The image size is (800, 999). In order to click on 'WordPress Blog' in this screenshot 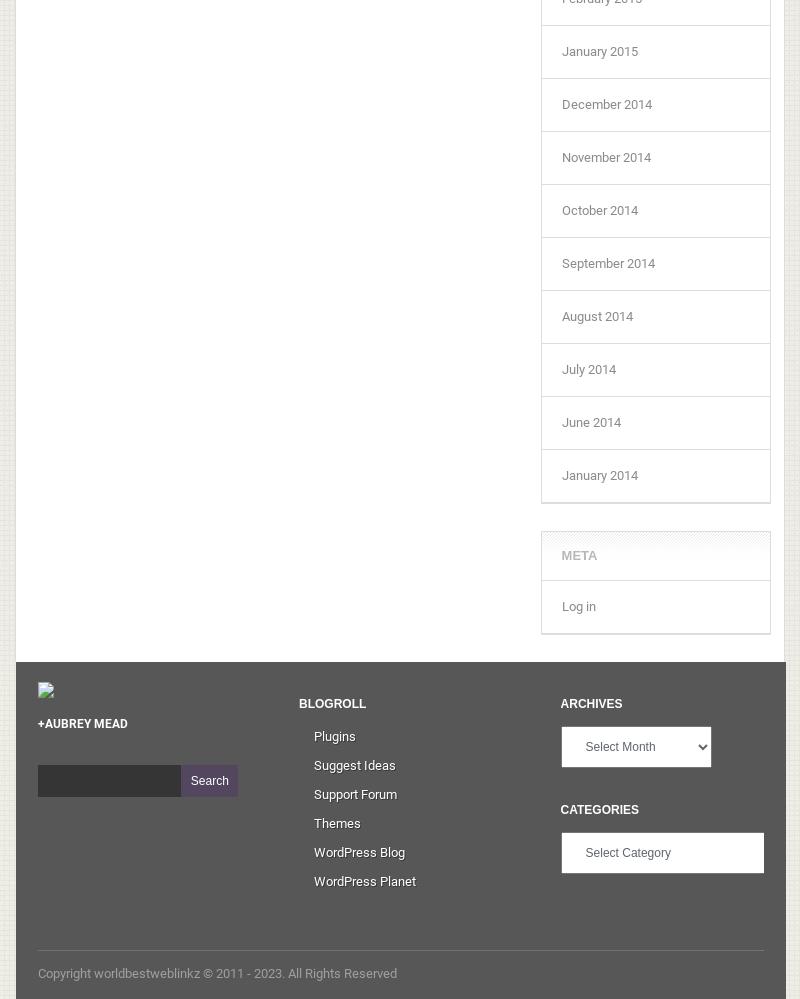, I will do `click(359, 850)`.